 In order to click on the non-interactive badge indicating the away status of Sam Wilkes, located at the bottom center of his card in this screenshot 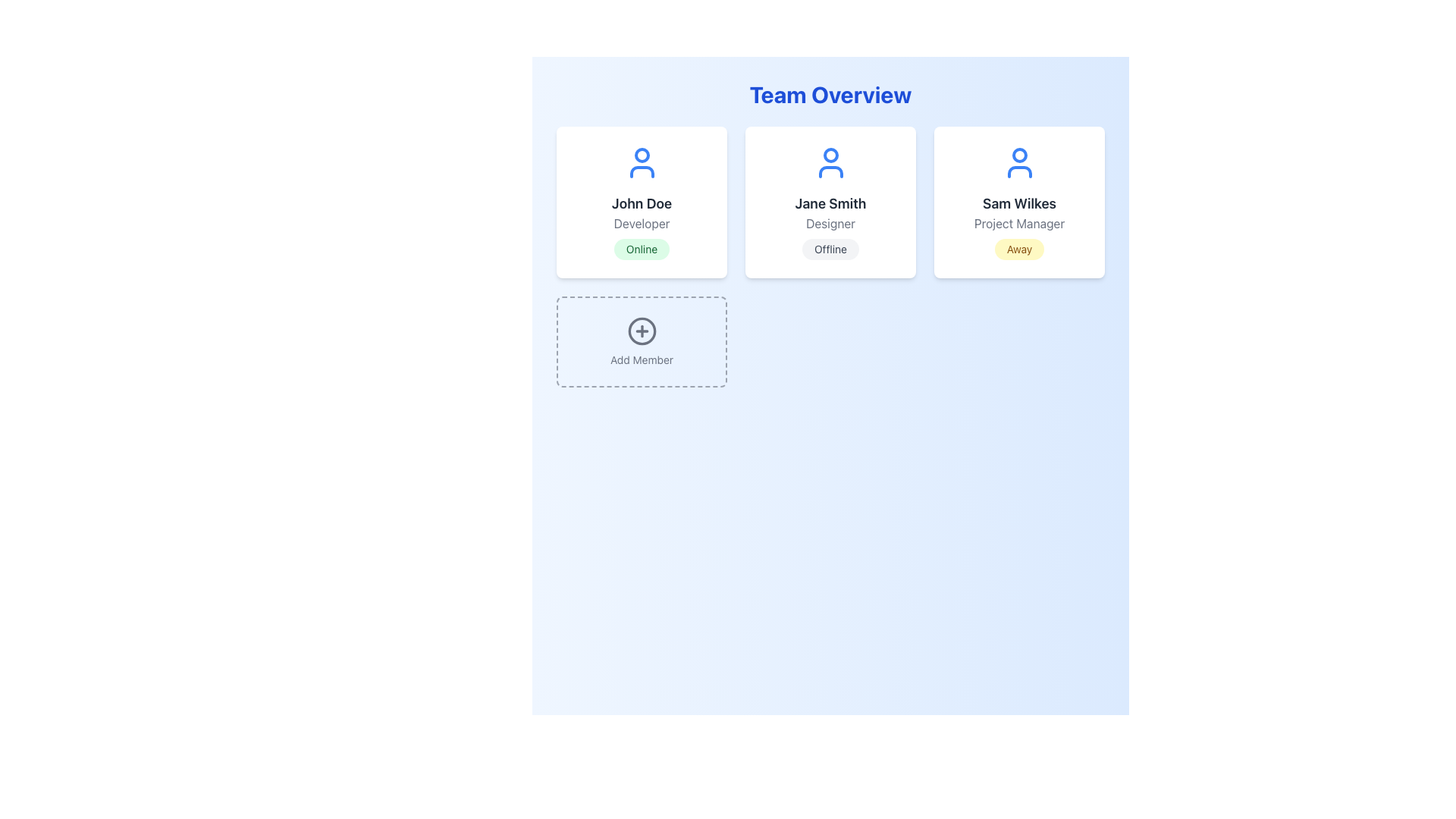, I will do `click(1019, 248)`.